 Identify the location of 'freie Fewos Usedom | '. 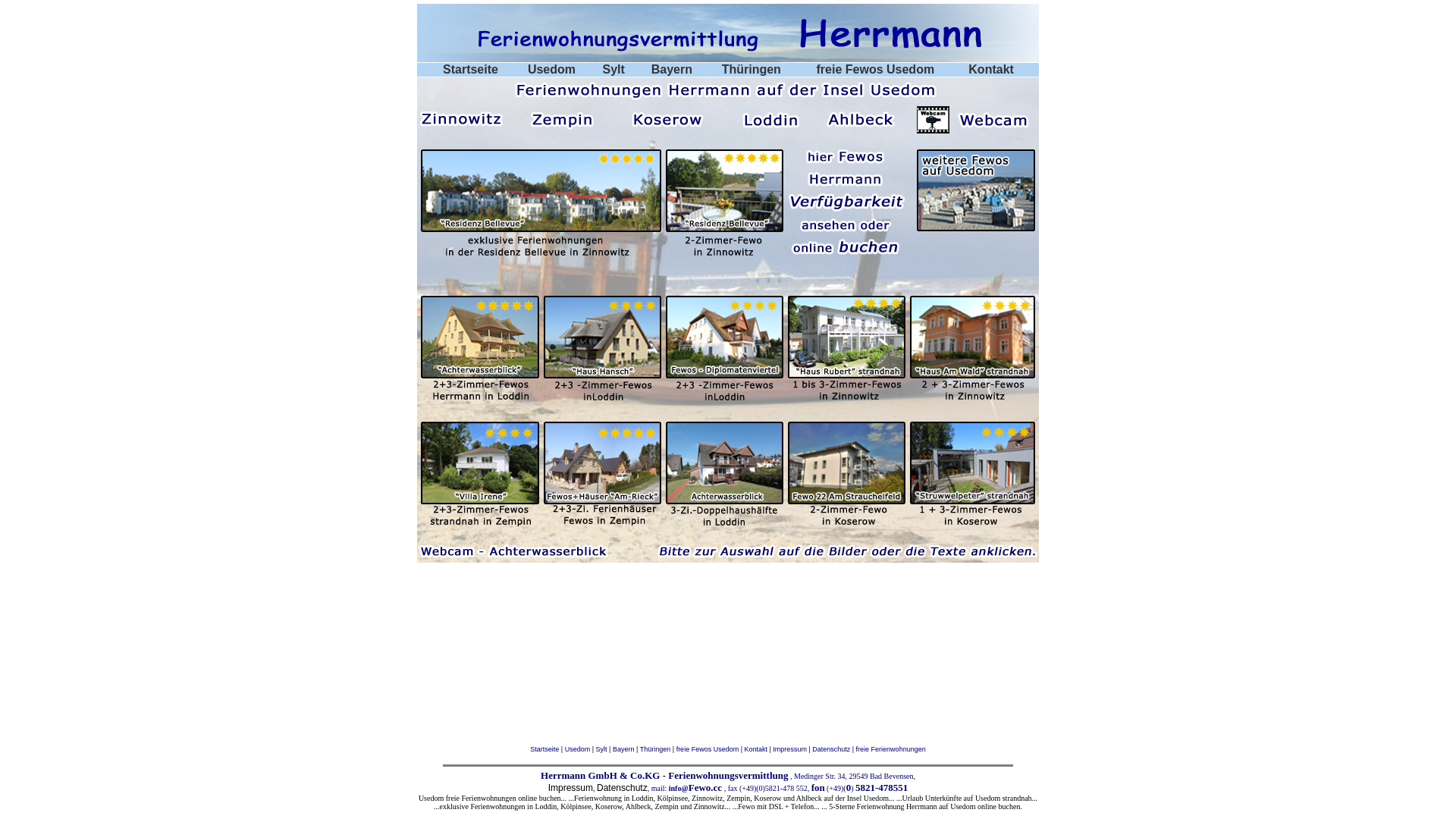
(709, 748).